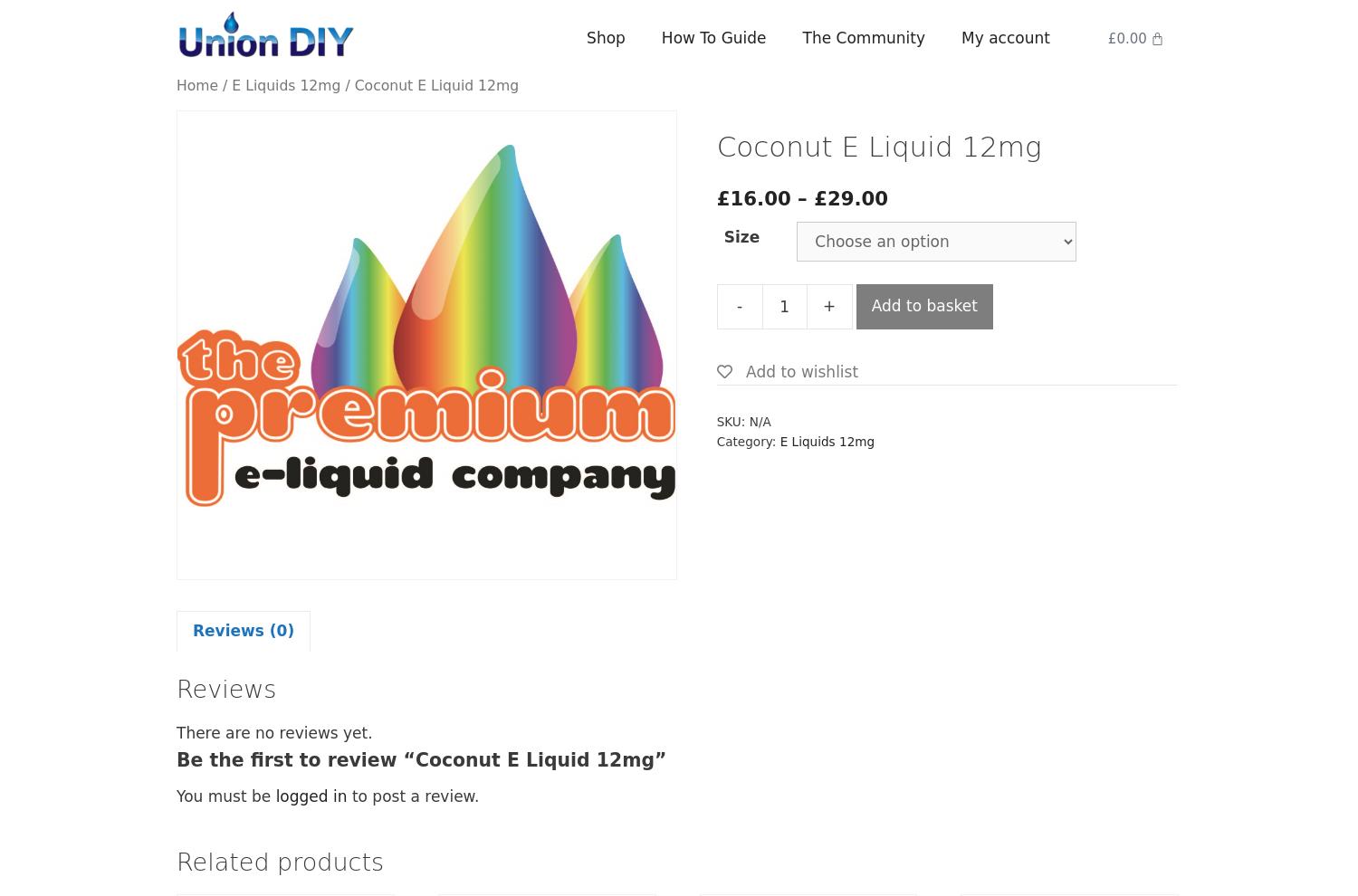 This screenshot has height=896, width=1358. What do you see at coordinates (869, 304) in the screenshot?
I see `'Add to basket'` at bounding box center [869, 304].